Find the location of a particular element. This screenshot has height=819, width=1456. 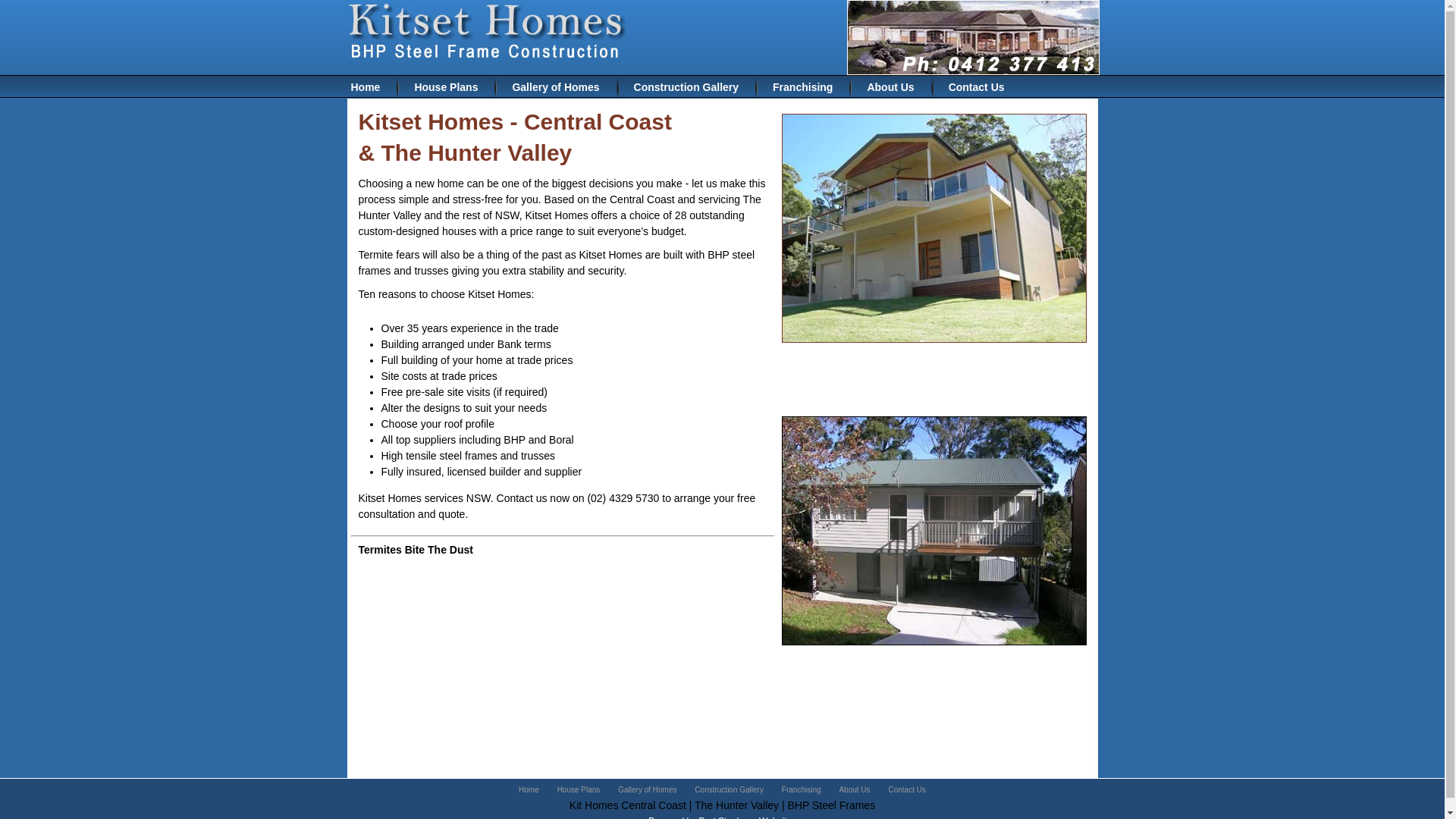

'Gallery of Homes' is located at coordinates (556, 87).